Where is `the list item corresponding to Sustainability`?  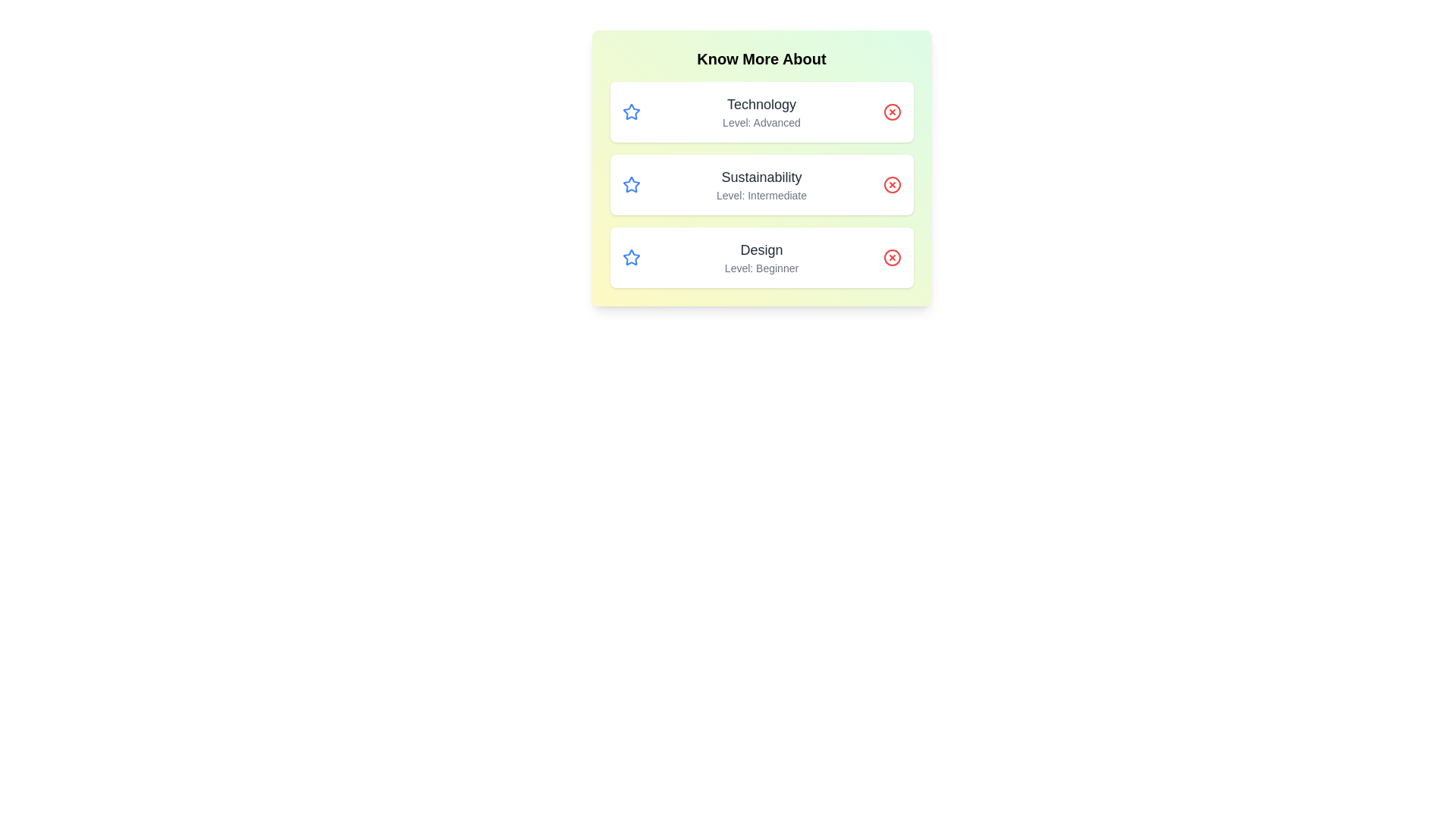
the list item corresponding to Sustainability is located at coordinates (761, 184).